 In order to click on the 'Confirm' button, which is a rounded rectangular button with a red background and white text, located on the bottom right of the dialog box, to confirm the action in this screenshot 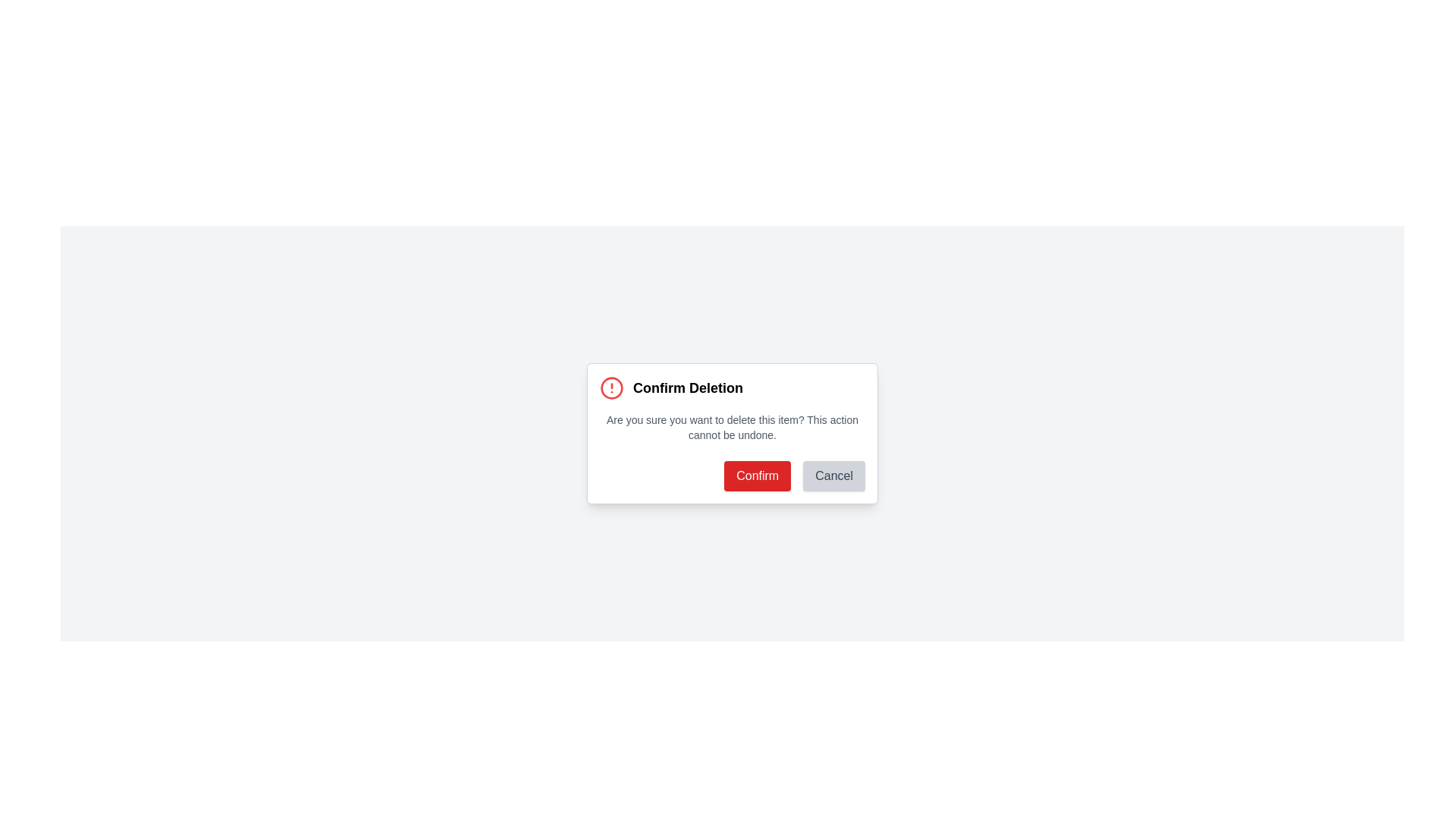, I will do `click(758, 475)`.